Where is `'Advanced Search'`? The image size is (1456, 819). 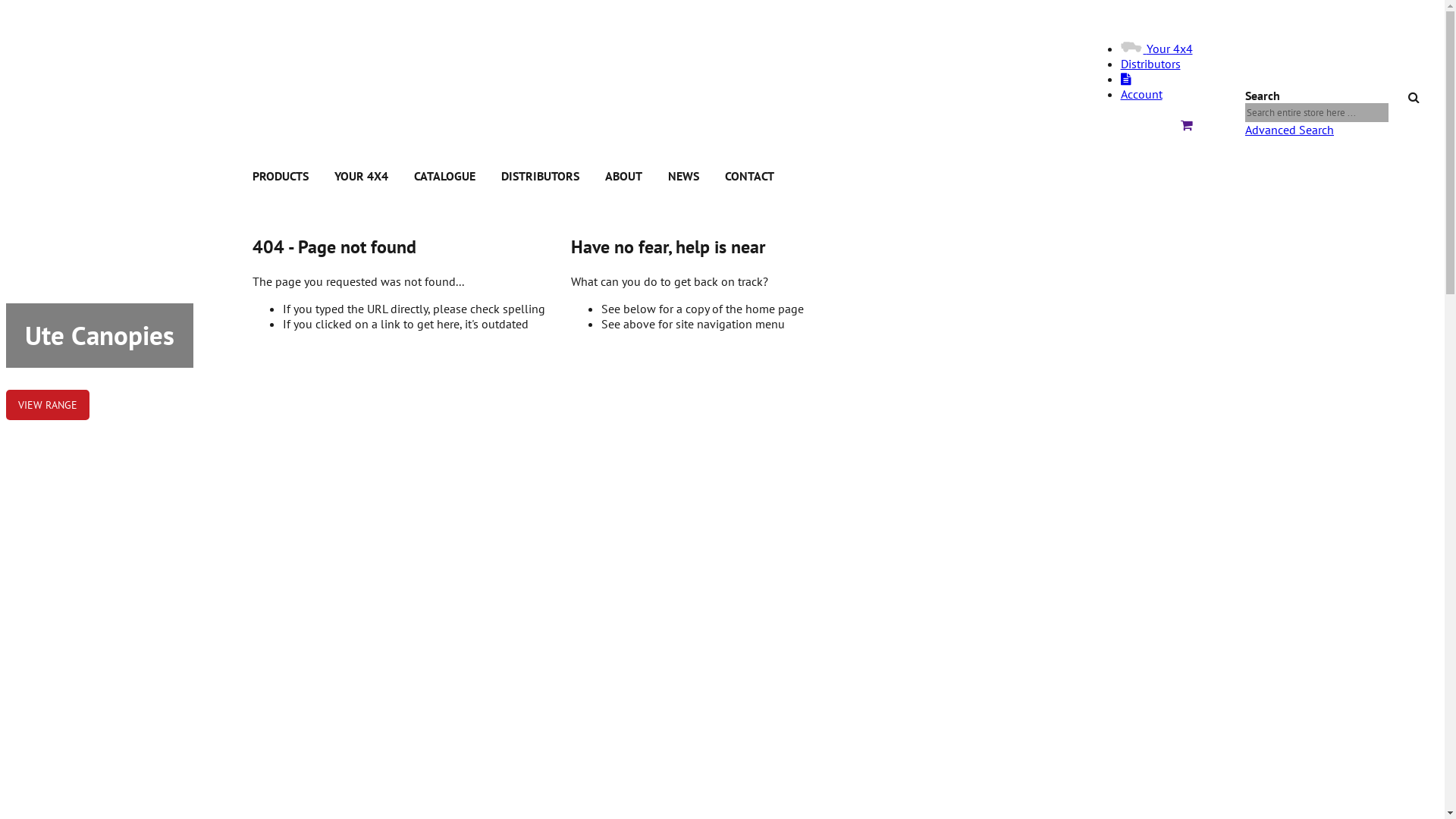
'Advanced Search' is located at coordinates (1288, 128).